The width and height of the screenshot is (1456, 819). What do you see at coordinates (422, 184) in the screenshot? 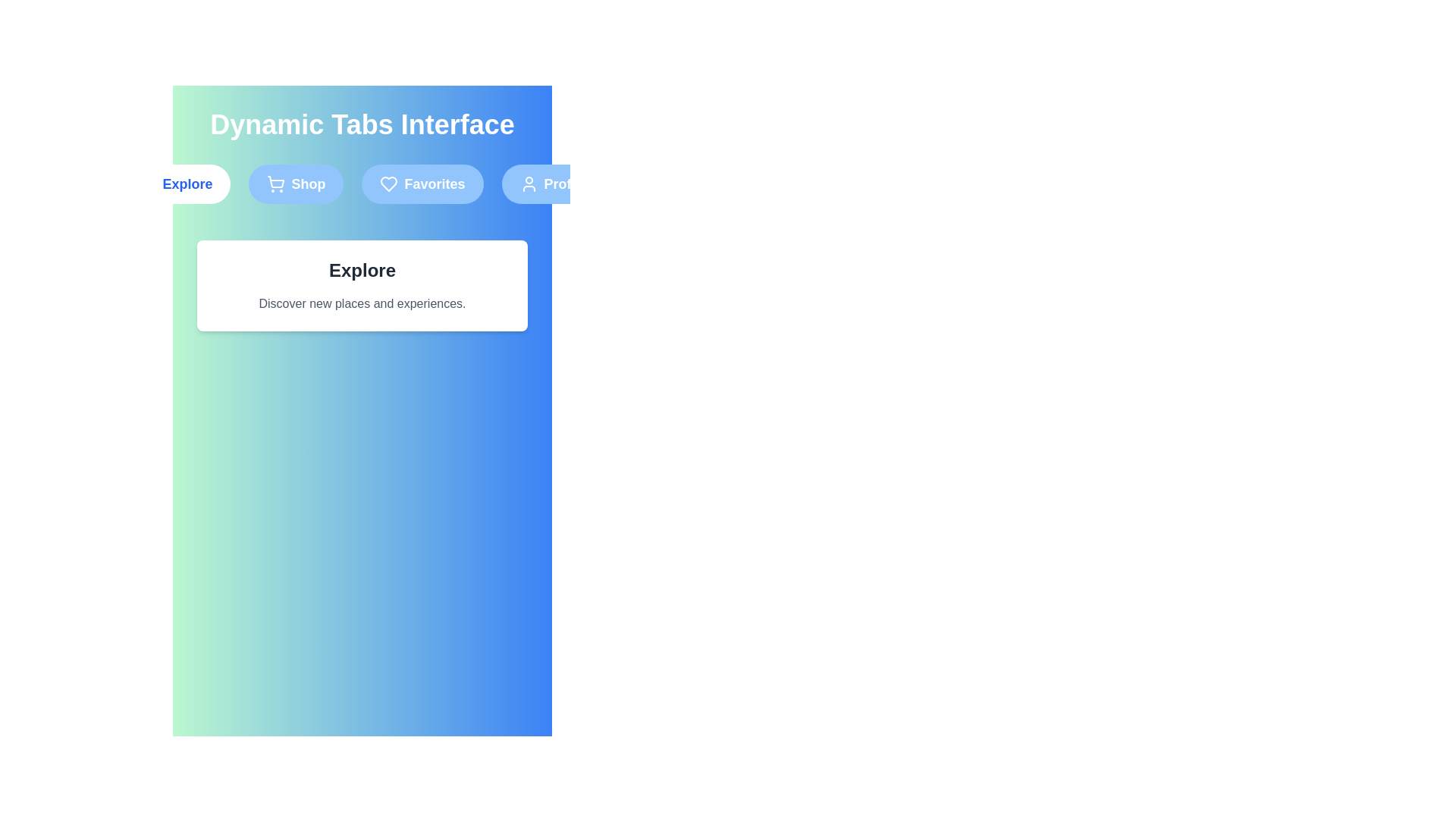
I see `the Favorites tab by clicking on its label` at bounding box center [422, 184].